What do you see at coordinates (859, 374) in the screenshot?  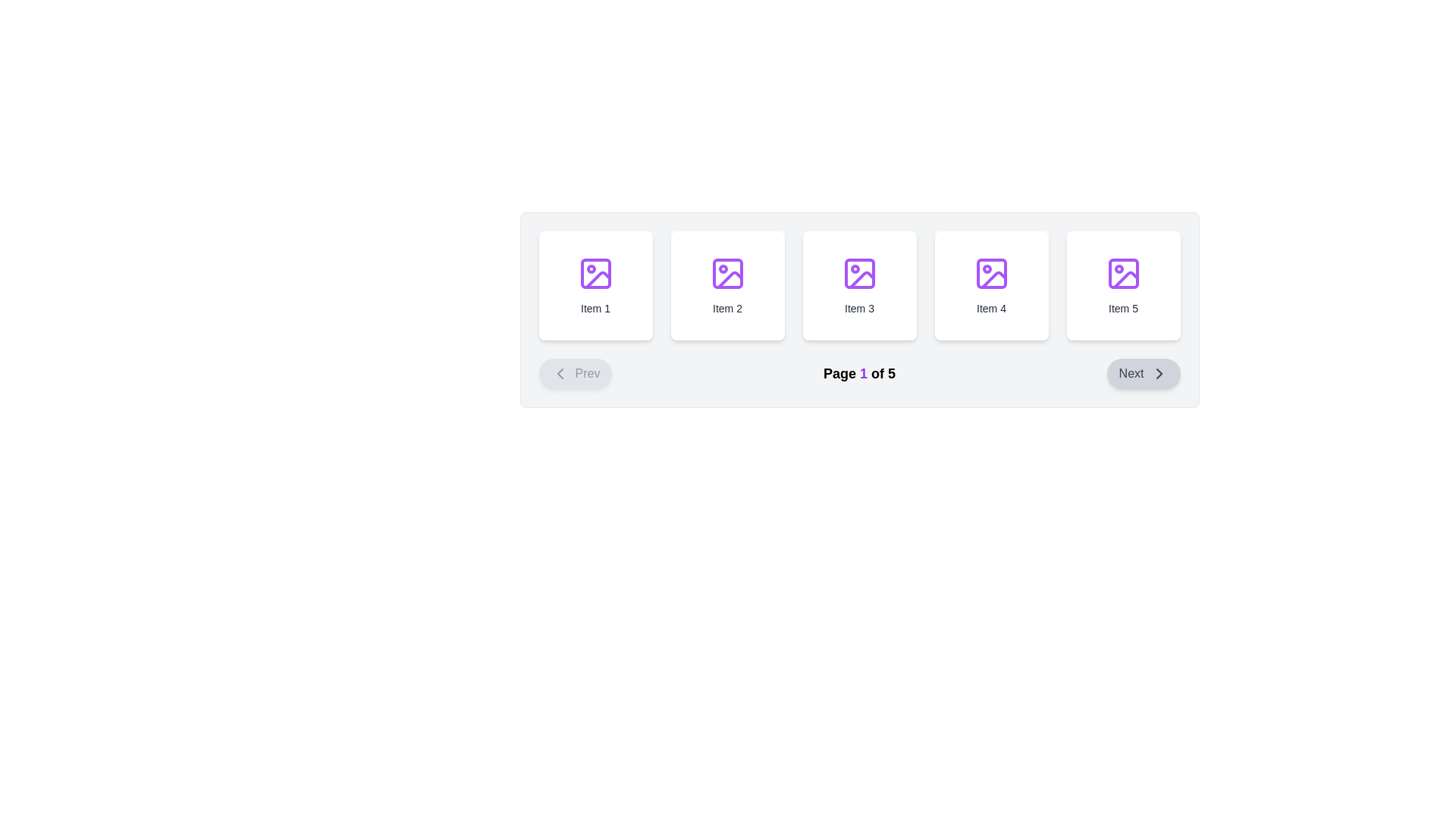 I see `the 'Page 1 of 5' text label element in the pagination interface, located centrally between the 'Prev' and 'Next' buttons` at bounding box center [859, 374].